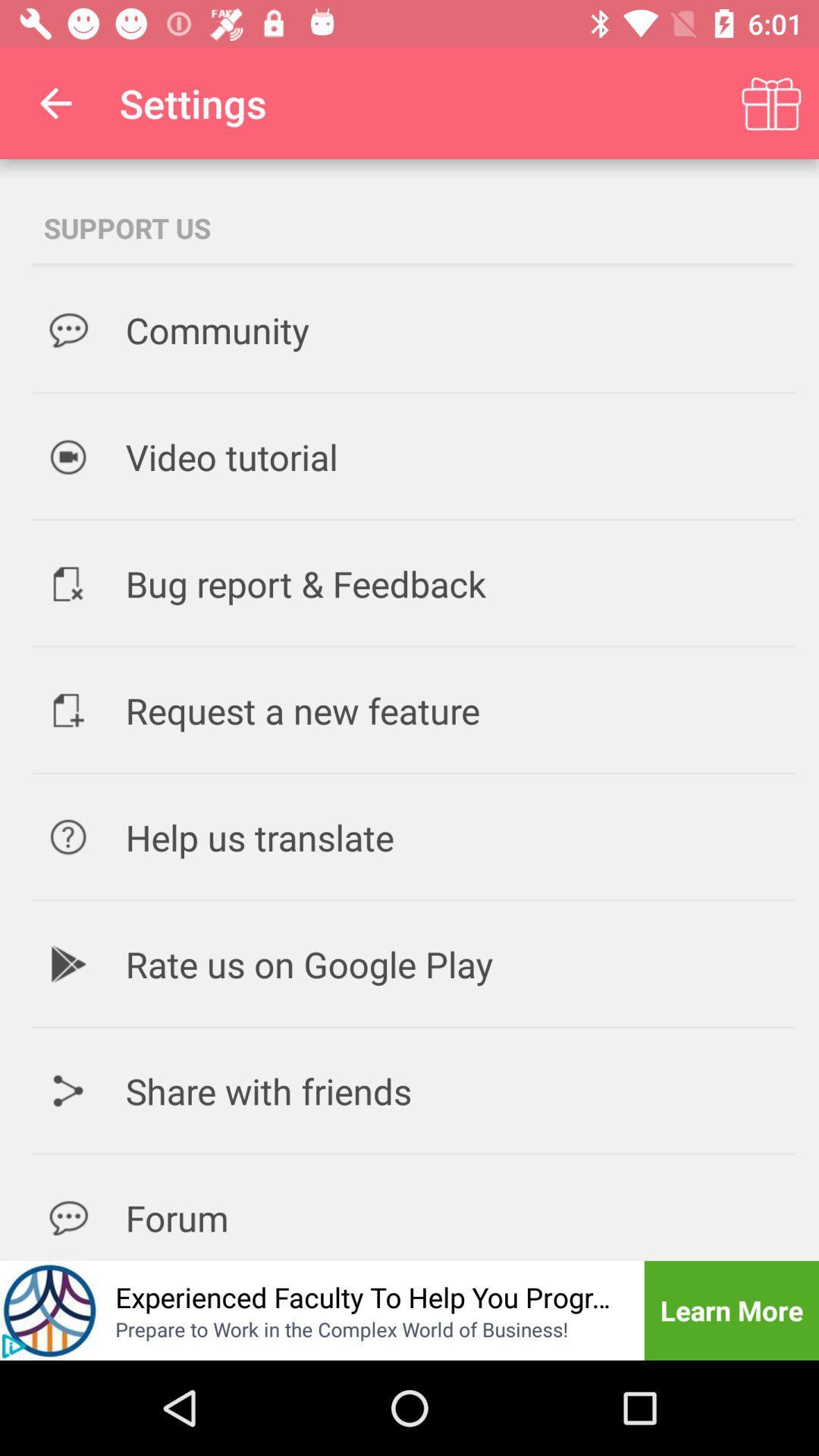 Image resolution: width=819 pixels, height=1456 pixels. What do you see at coordinates (14, 1346) in the screenshot?
I see `the play icon` at bounding box center [14, 1346].